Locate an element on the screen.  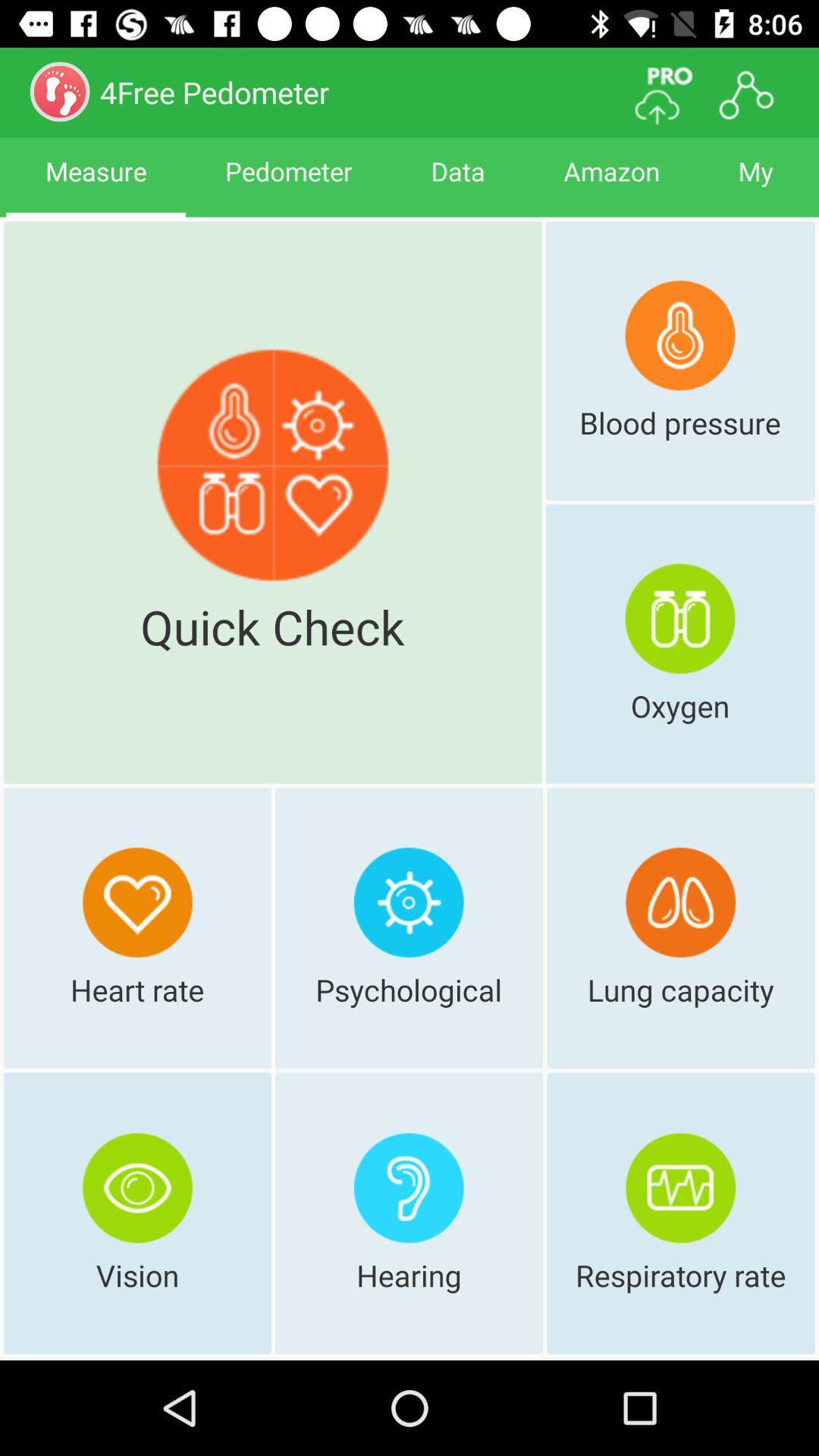
data icon is located at coordinates (457, 184).